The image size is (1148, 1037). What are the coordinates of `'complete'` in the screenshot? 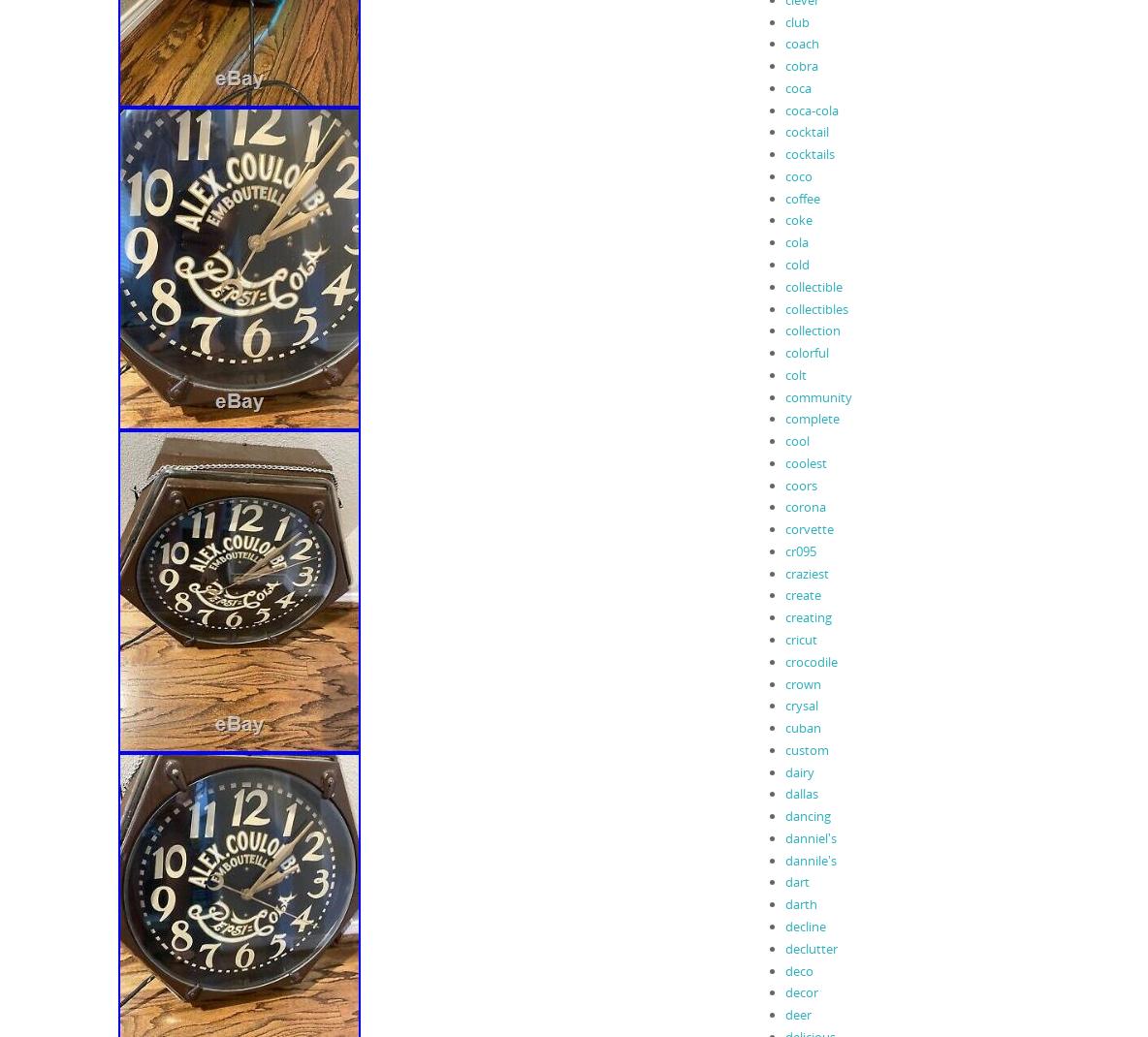 It's located at (811, 417).